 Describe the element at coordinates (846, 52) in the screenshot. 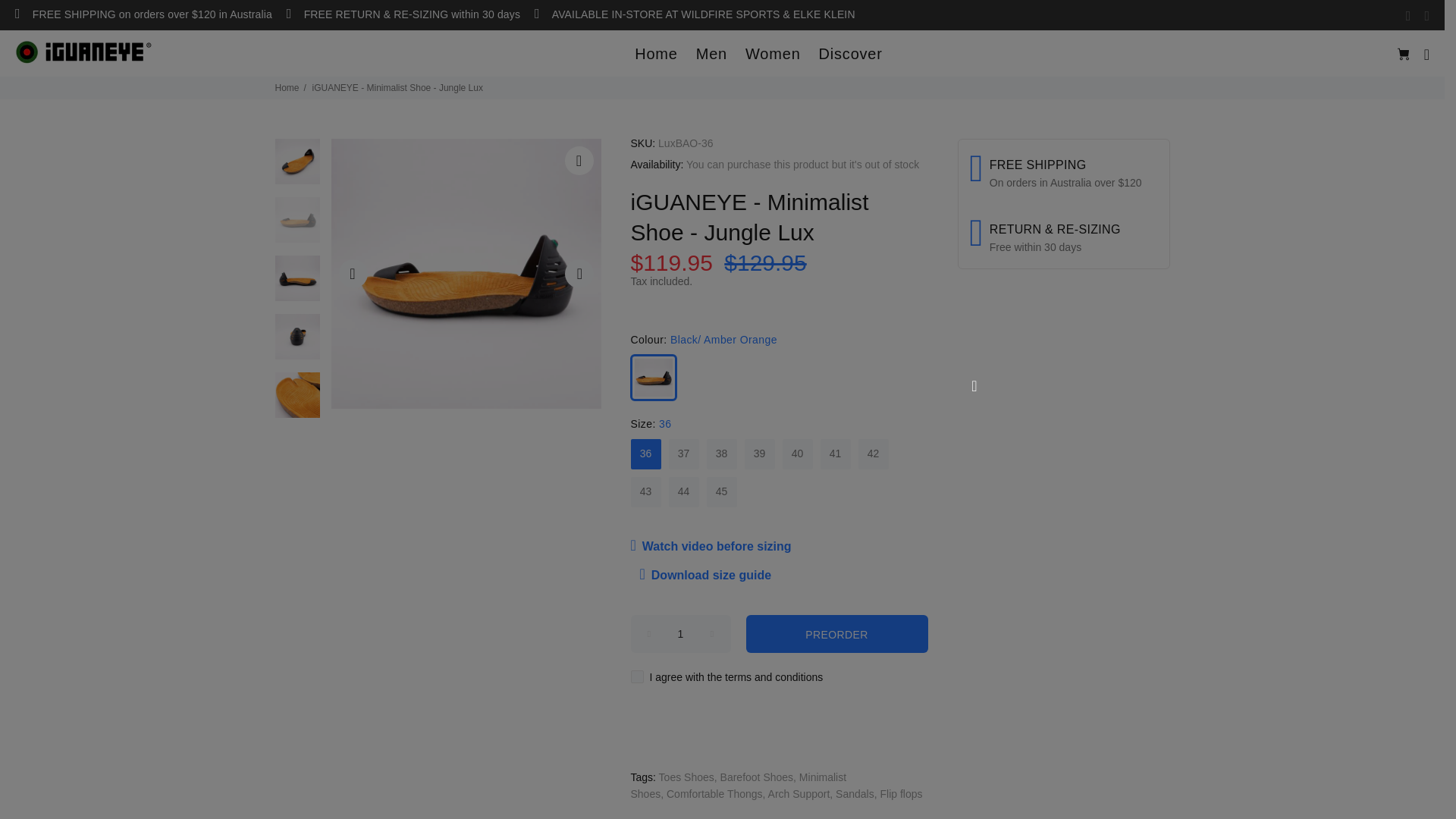

I see `'Discover'` at that location.